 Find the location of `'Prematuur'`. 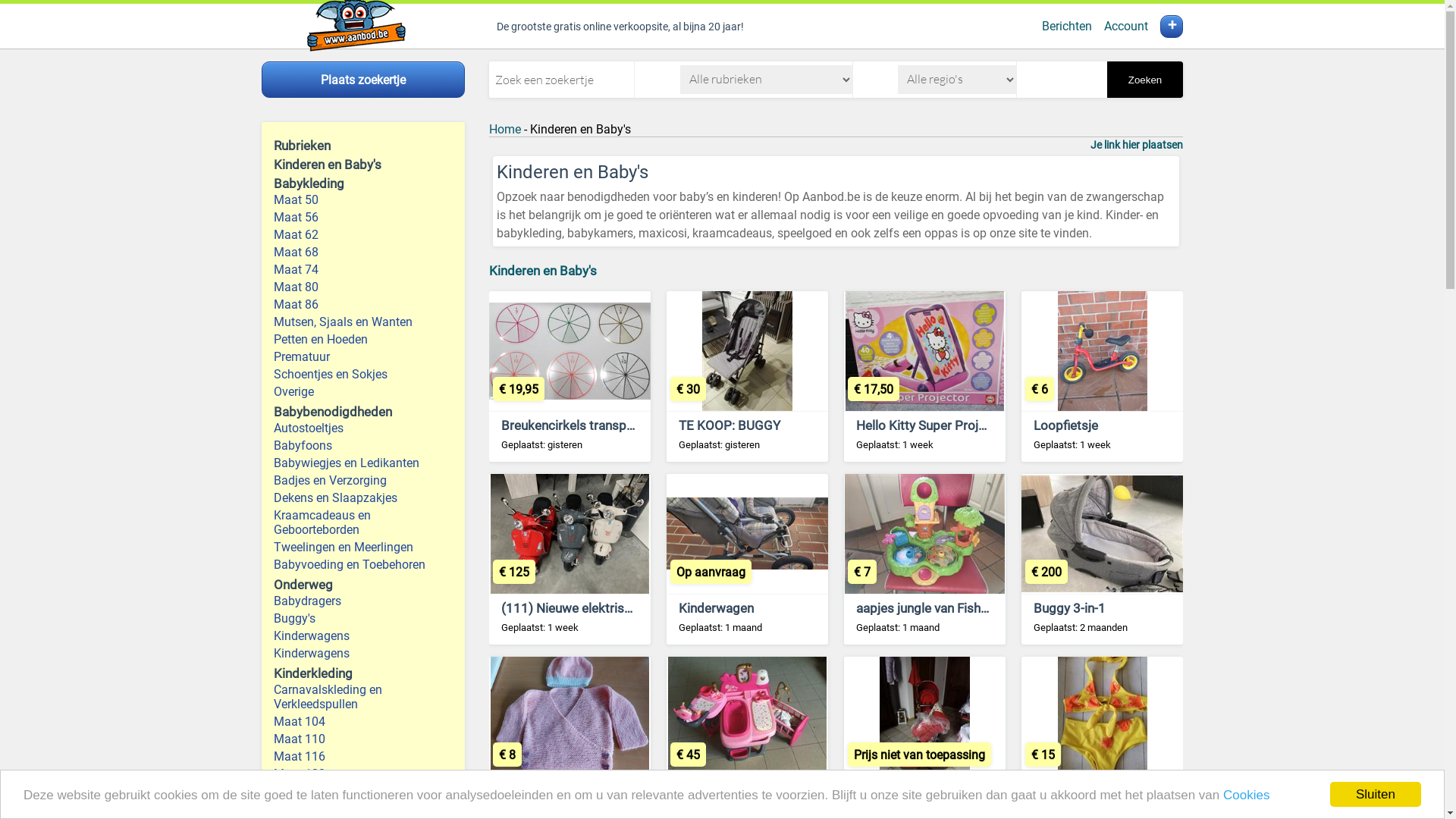

'Prematuur' is located at coordinates (362, 356).